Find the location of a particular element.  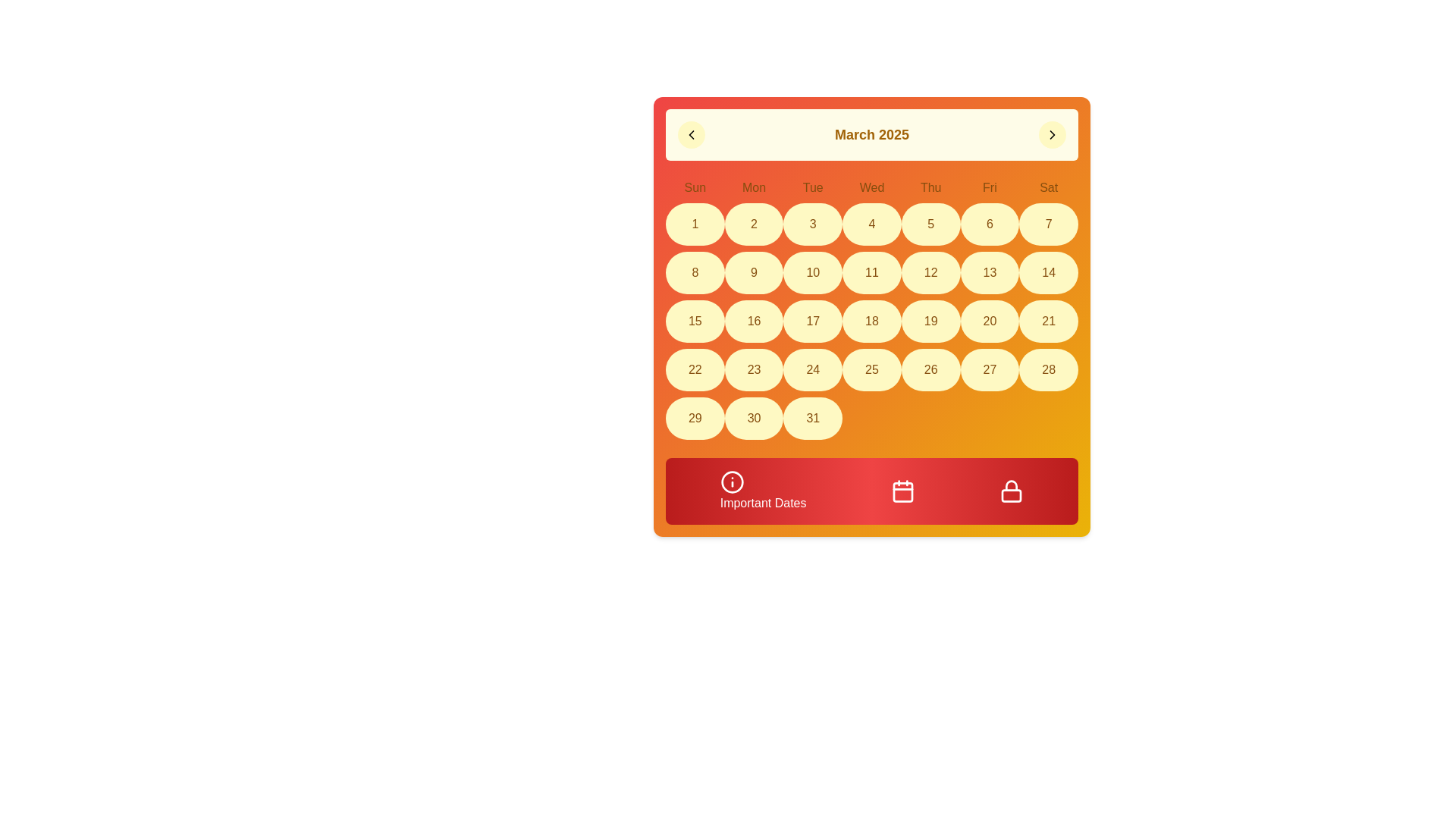

the right-pointing chevron icon located in the top right corner of the calendar interface, next to the month display ('March 2025') is located at coordinates (1051, 133).